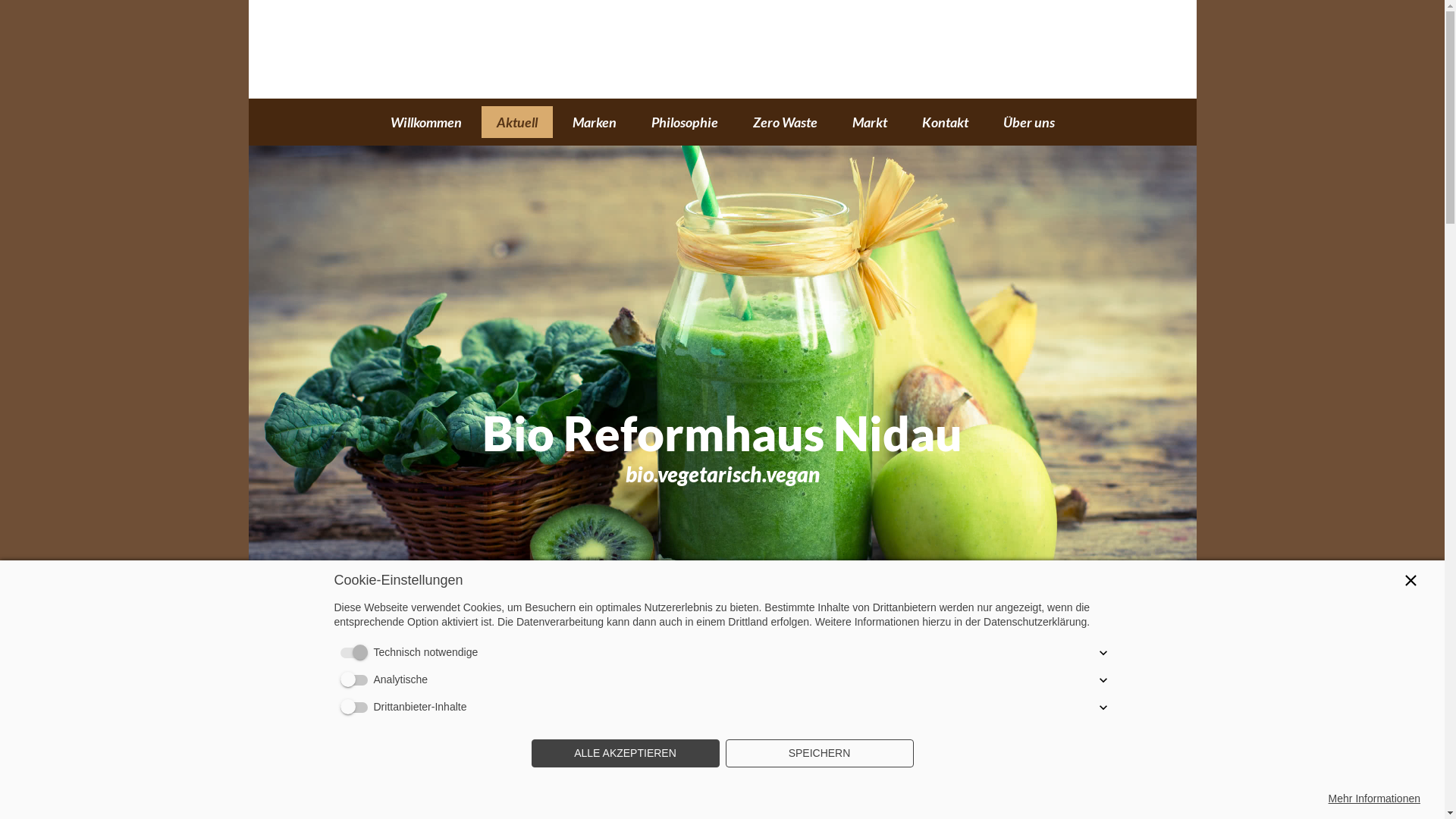 Image resolution: width=1456 pixels, height=819 pixels. What do you see at coordinates (784, 121) in the screenshot?
I see `'Zero Waste'` at bounding box center [784, 121].